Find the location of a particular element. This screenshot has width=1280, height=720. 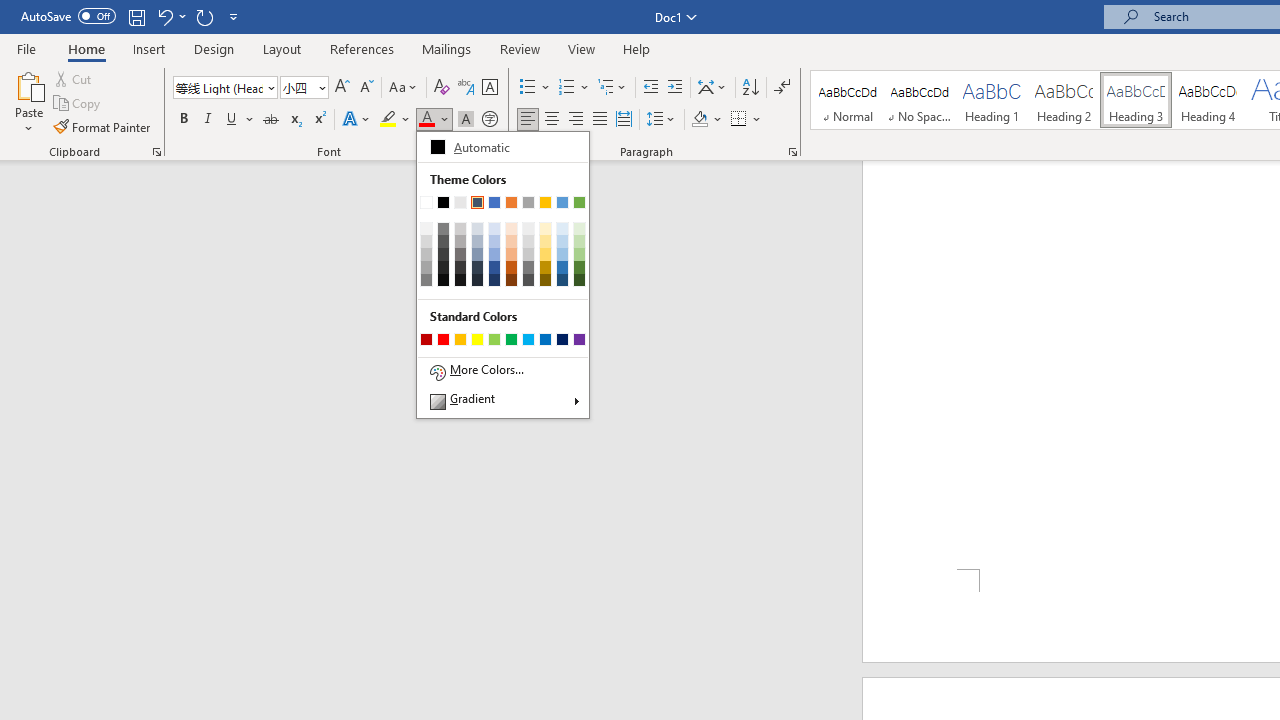

'Enclose Characters...' is located at coordinates (489, 119).